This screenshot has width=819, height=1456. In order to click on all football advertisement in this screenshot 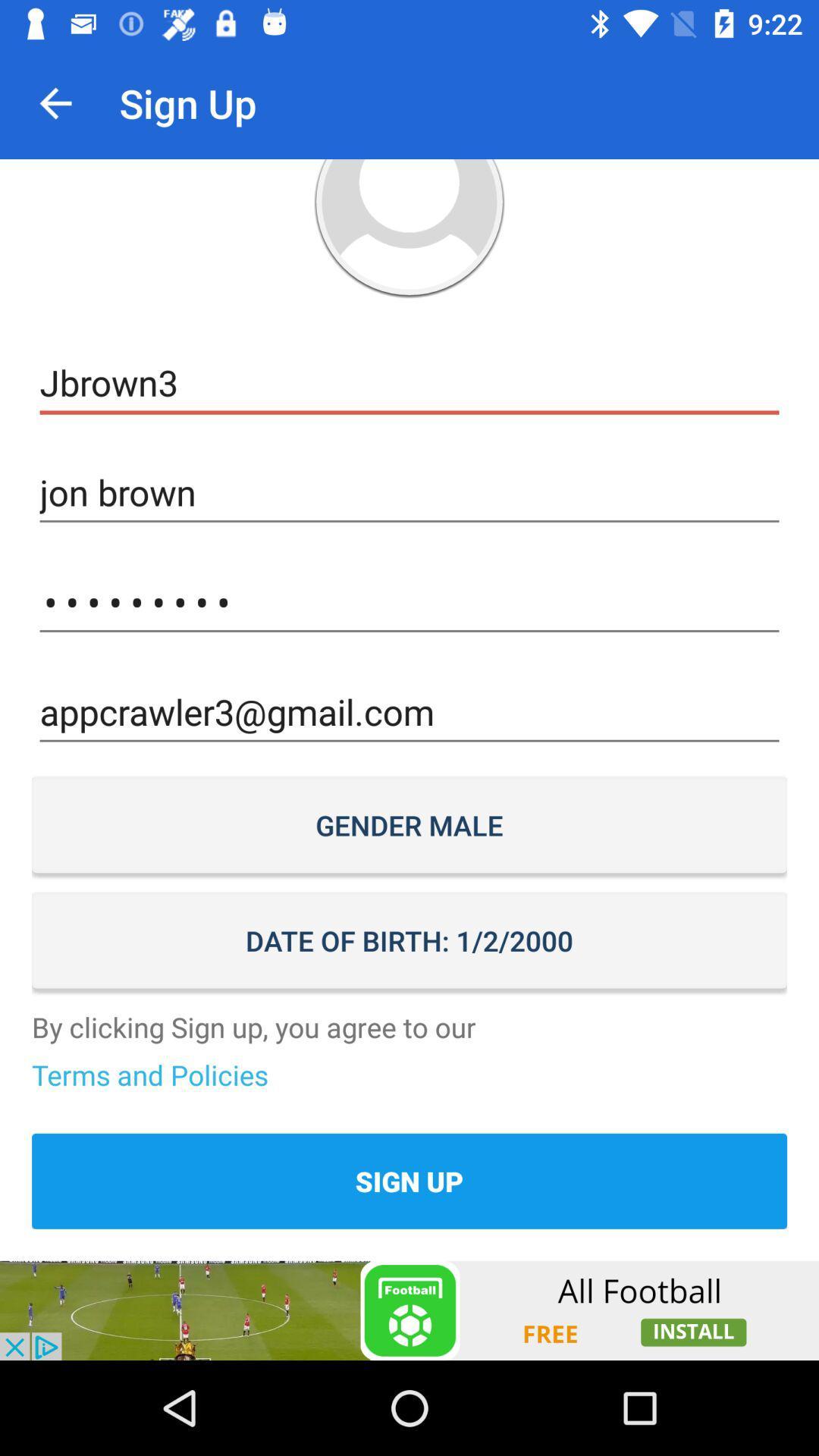, I will do `click(409, 1310)`.